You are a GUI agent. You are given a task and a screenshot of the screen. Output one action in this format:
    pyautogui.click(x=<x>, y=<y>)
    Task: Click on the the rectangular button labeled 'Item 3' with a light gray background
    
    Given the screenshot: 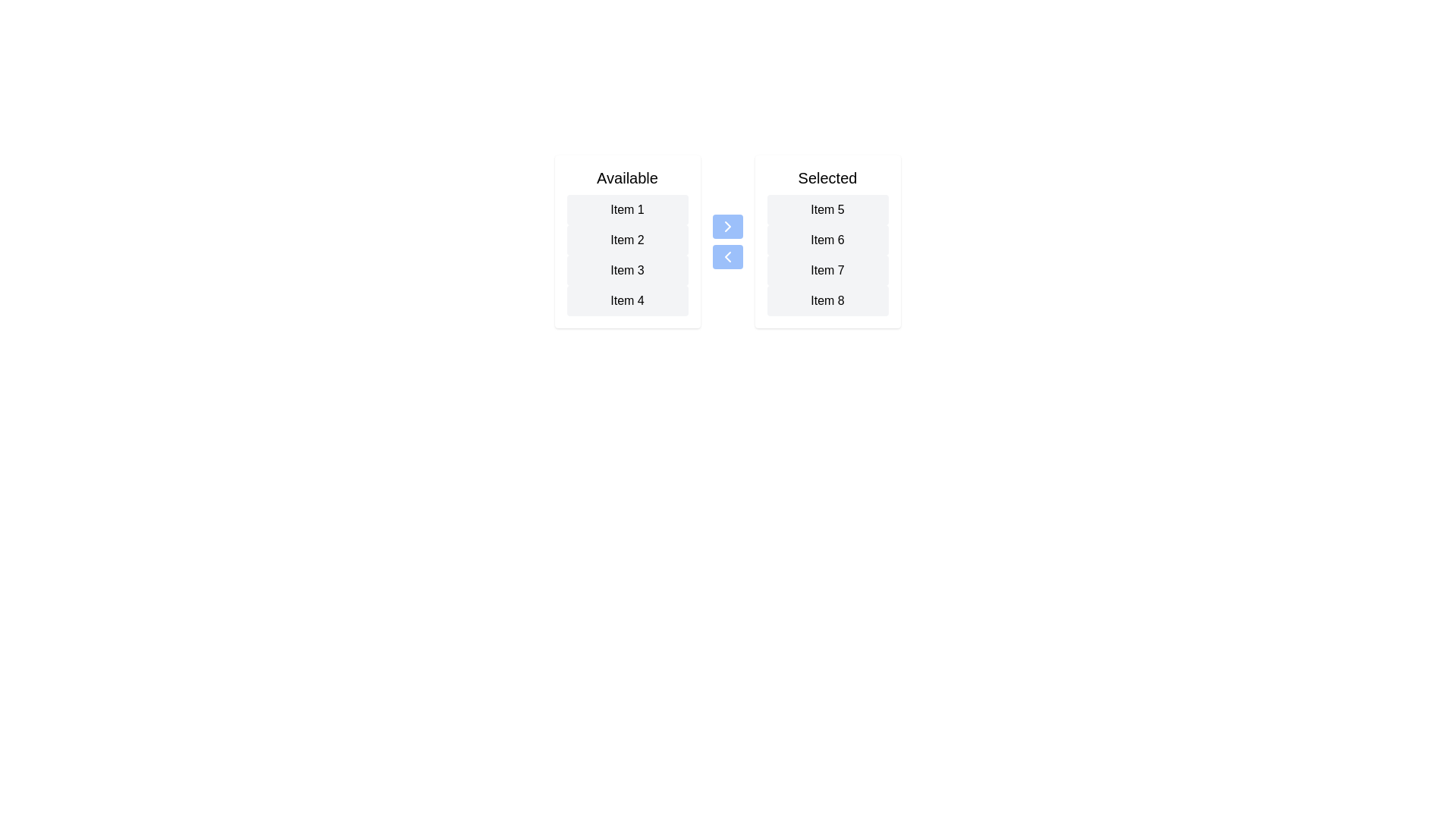 What is the action you would take?
    pyautogui.click(x=627, y=270)
    